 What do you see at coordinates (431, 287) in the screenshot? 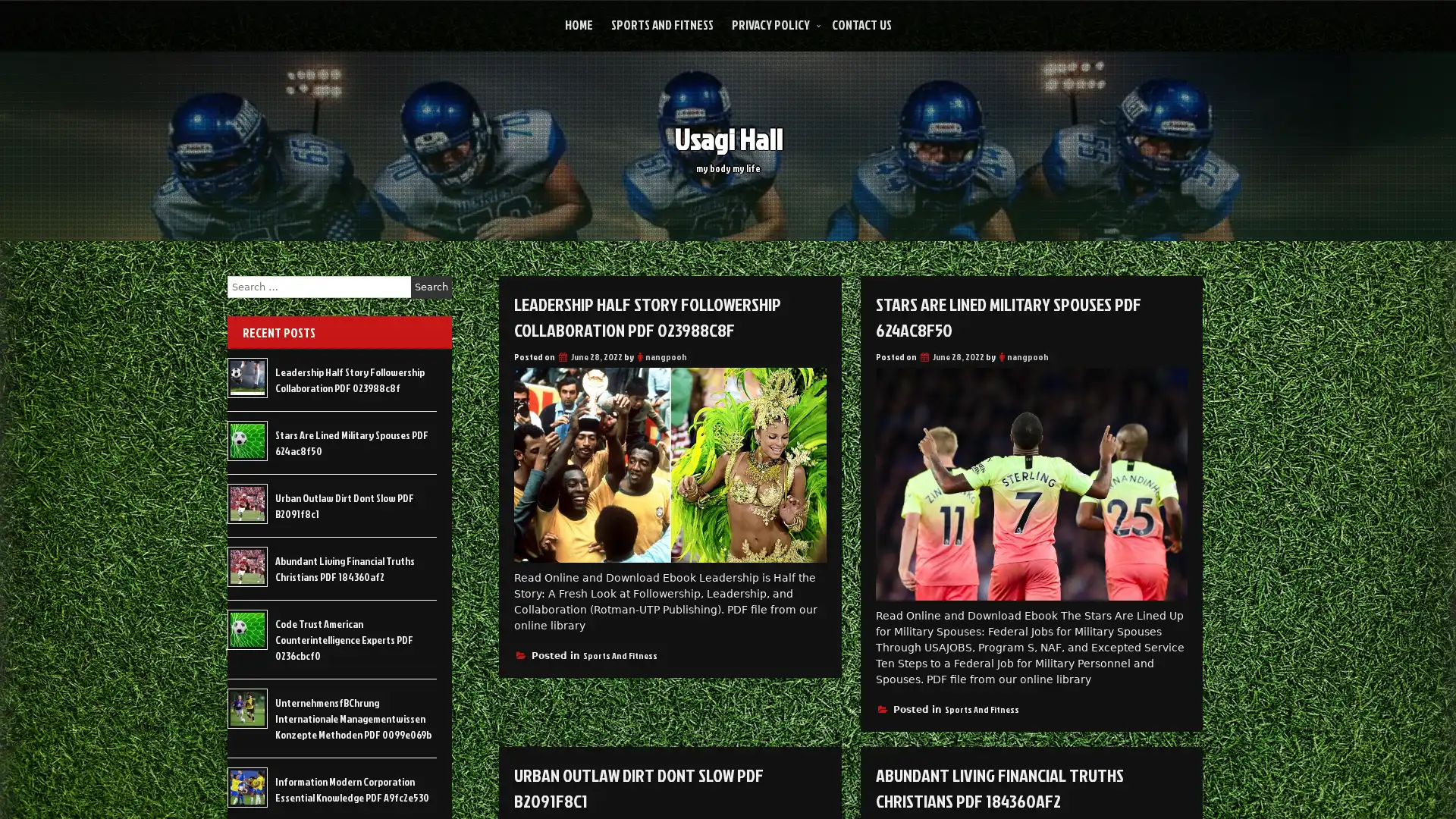
I see `Search` at bounding box center [431, 287].